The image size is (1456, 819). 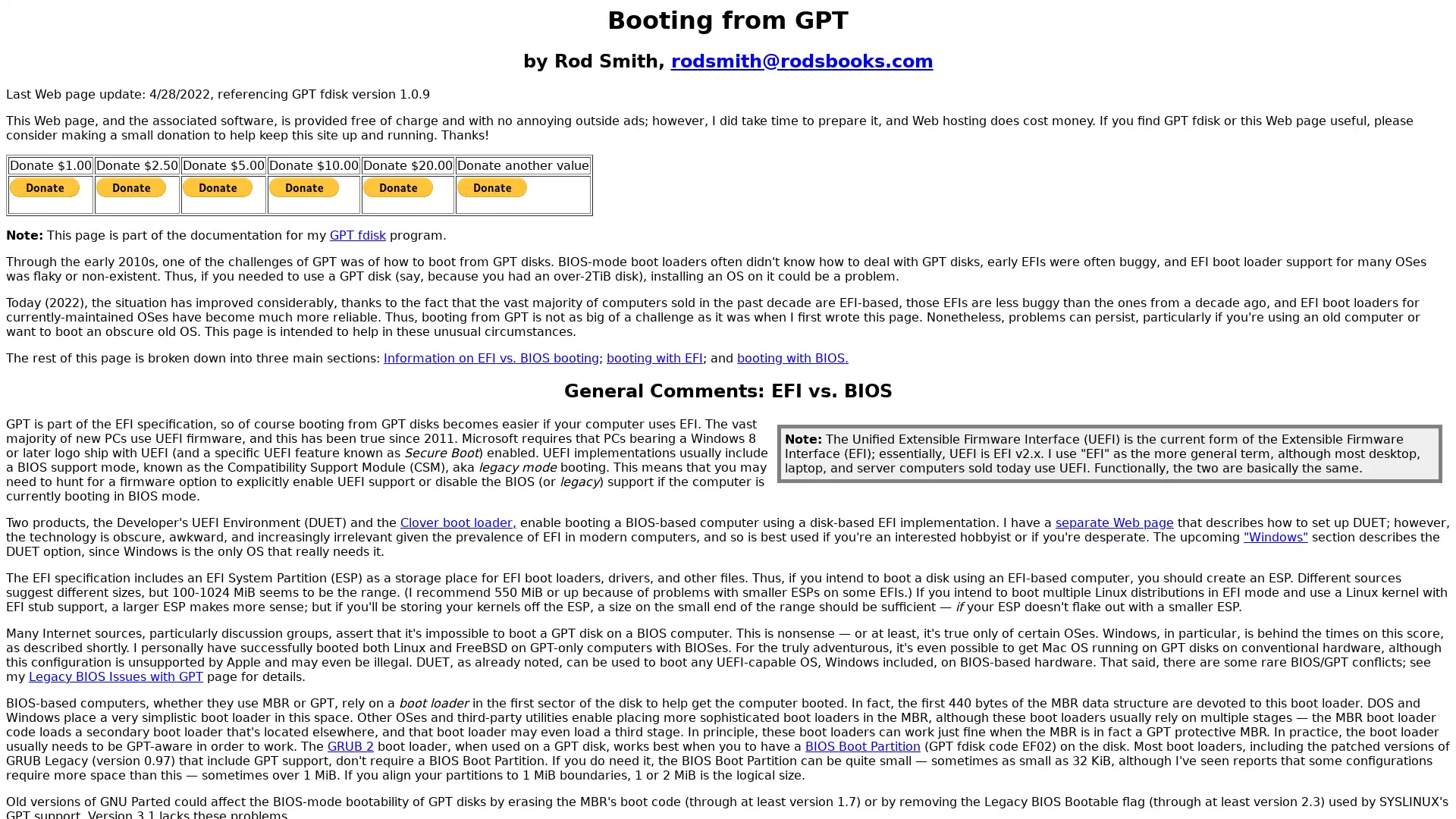 What do you see at coordinates (397, 186) in the screenshot?
I see `PayPal - The safer, easier way to pay online!` at bounding box center [397, 186].